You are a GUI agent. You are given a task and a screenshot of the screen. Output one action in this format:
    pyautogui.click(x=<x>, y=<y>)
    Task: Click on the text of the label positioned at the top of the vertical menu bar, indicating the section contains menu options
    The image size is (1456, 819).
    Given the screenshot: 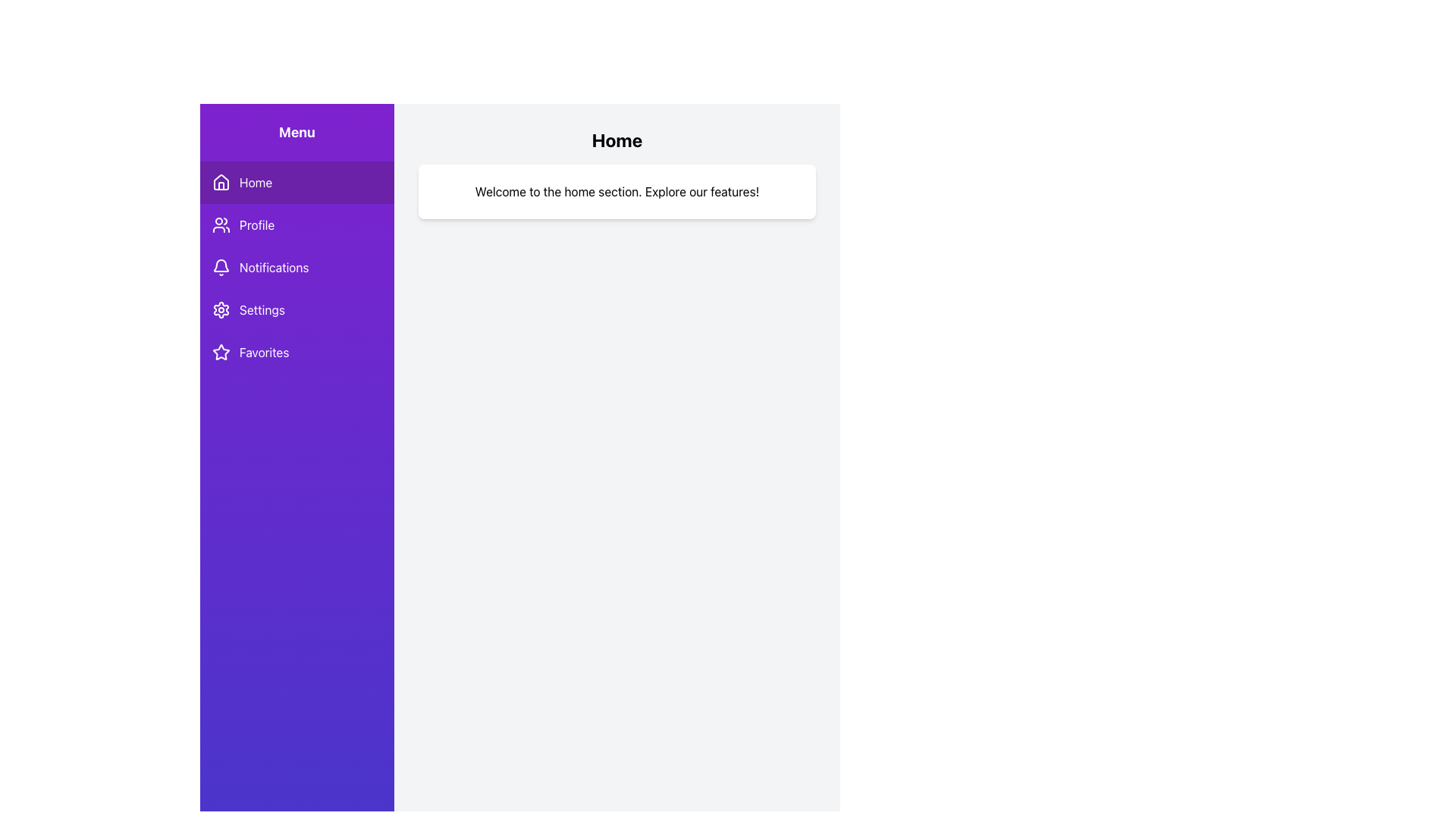 What is the action you would take?
    pyautogui.click(x=297, y=131)
    